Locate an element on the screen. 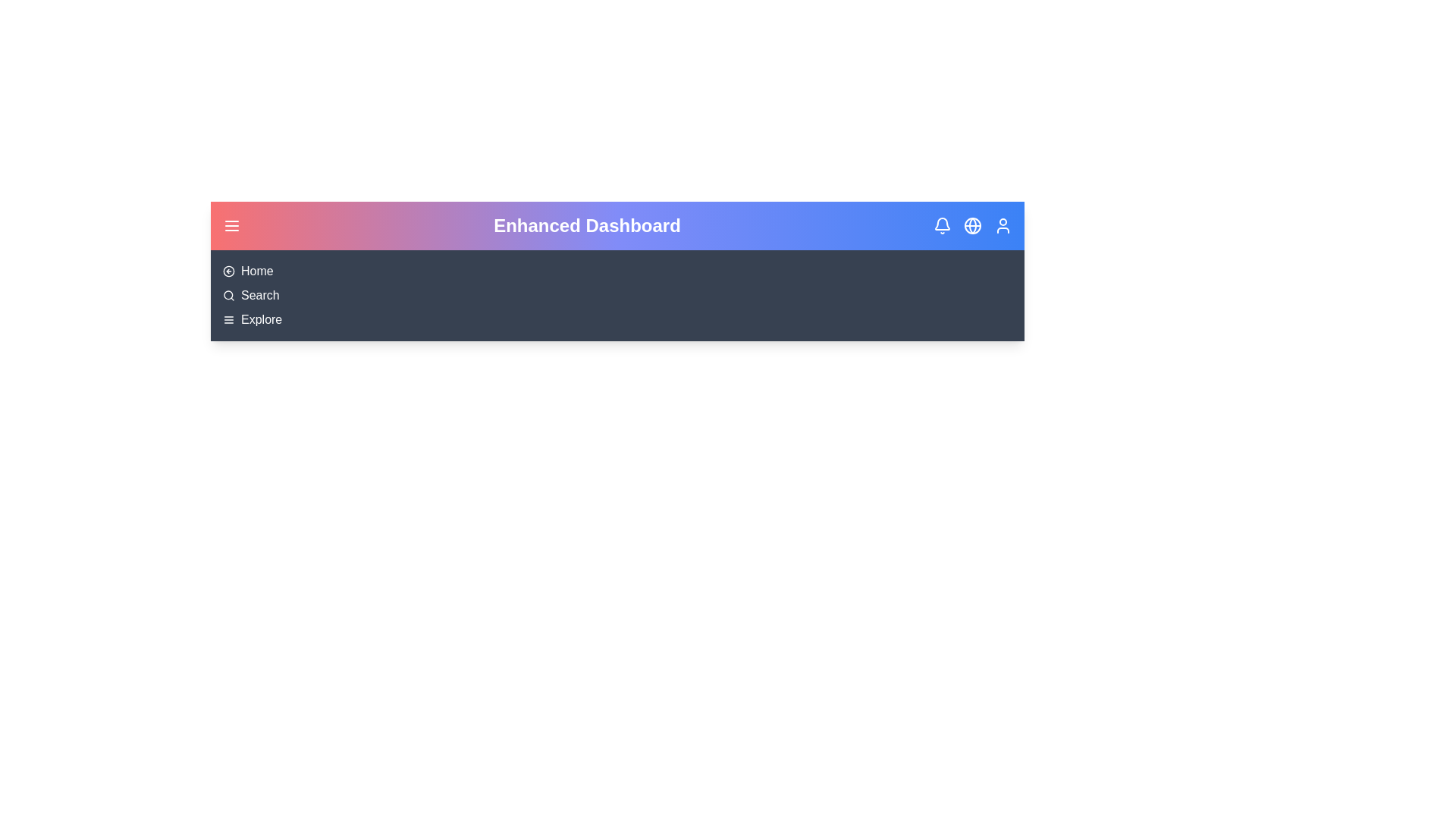 This screenshot has width=1456, height=819. the menu element is located at coordinates (231, 225).